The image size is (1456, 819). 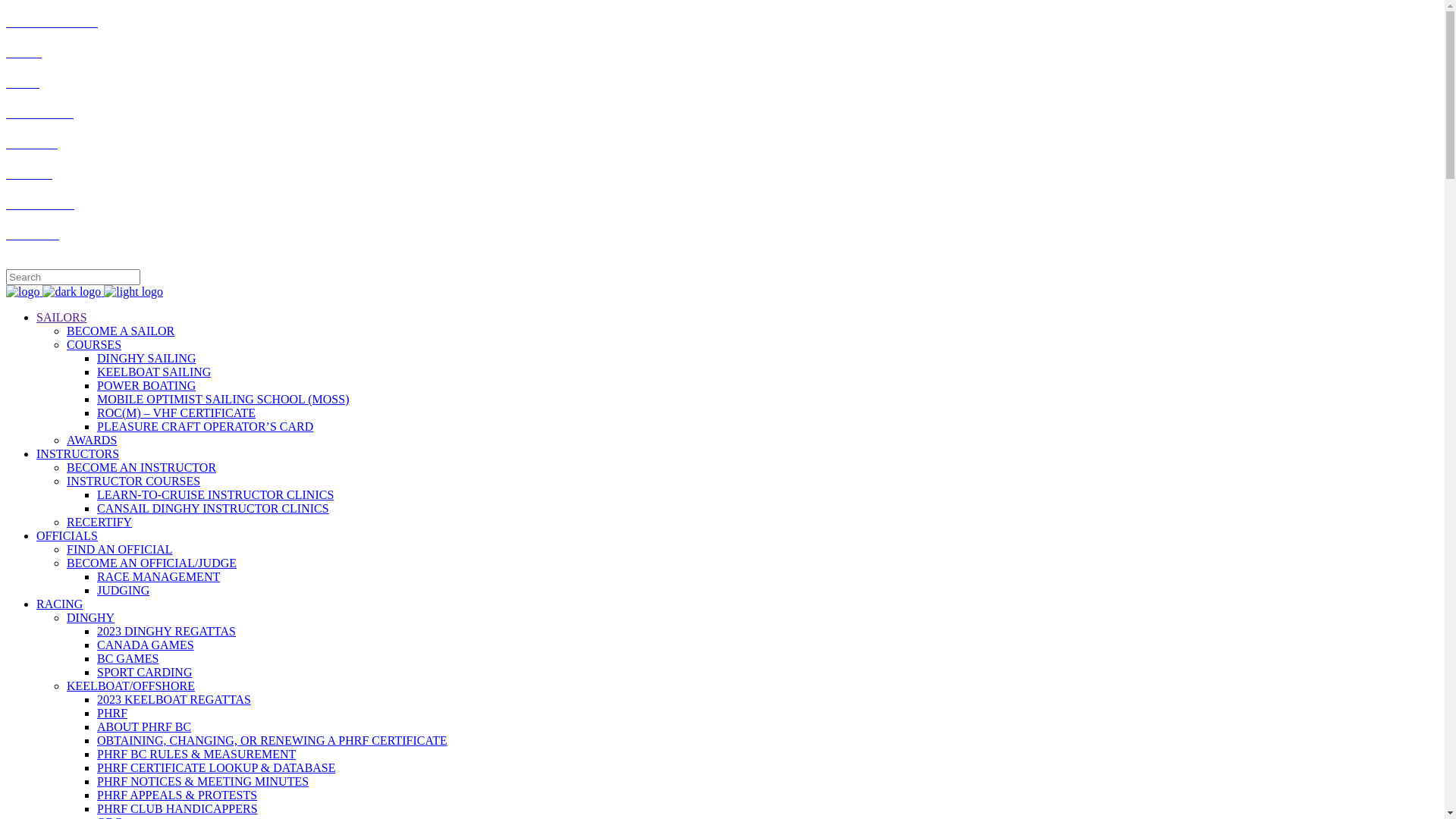 What do you see at coordinates (146, 384) in the screenshot?
I see `'POWER BOATING'` at bounding box center [146, 384].